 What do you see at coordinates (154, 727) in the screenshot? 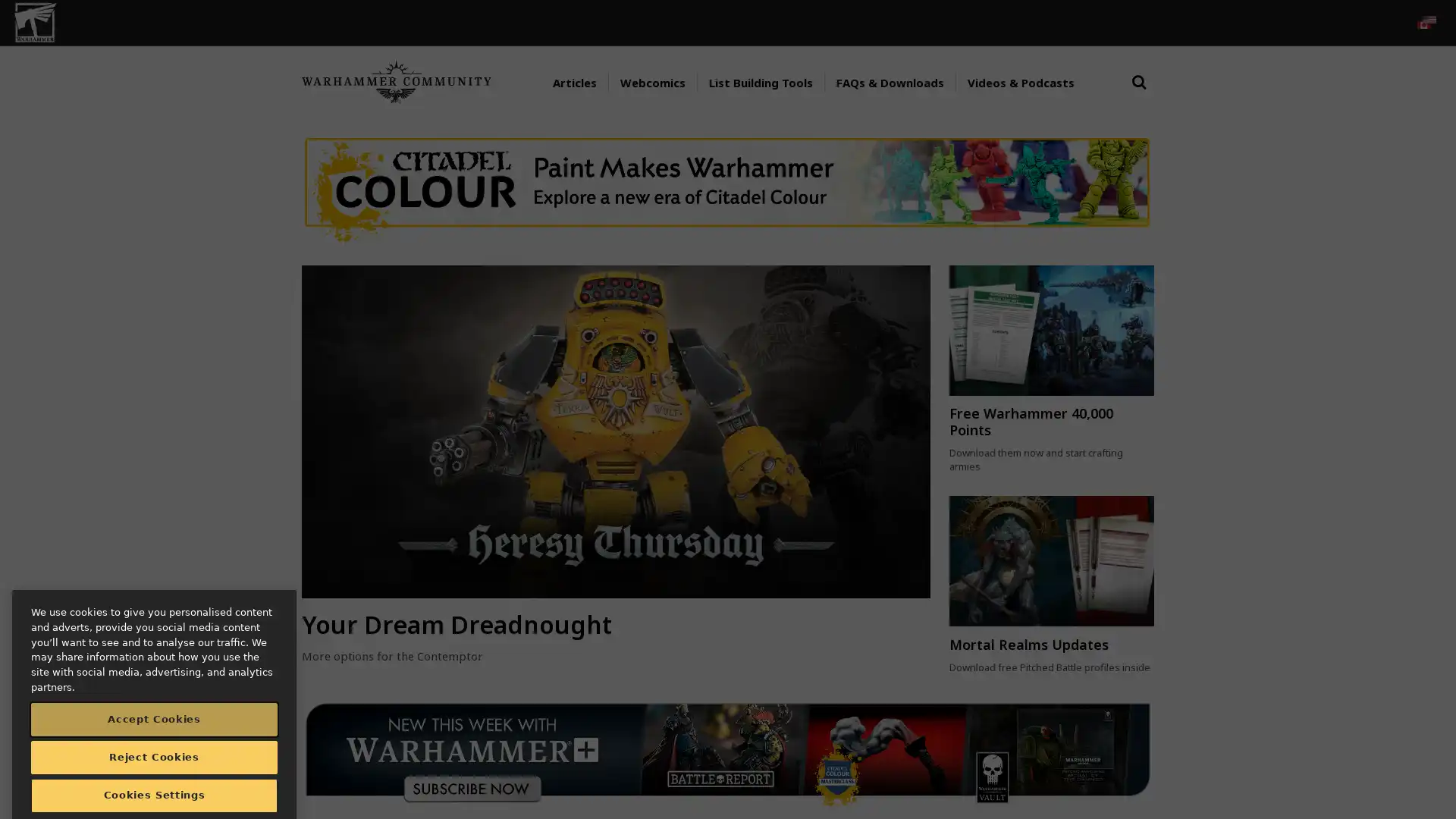
I see `Reject Cookies` at bounding box center [154, 727].